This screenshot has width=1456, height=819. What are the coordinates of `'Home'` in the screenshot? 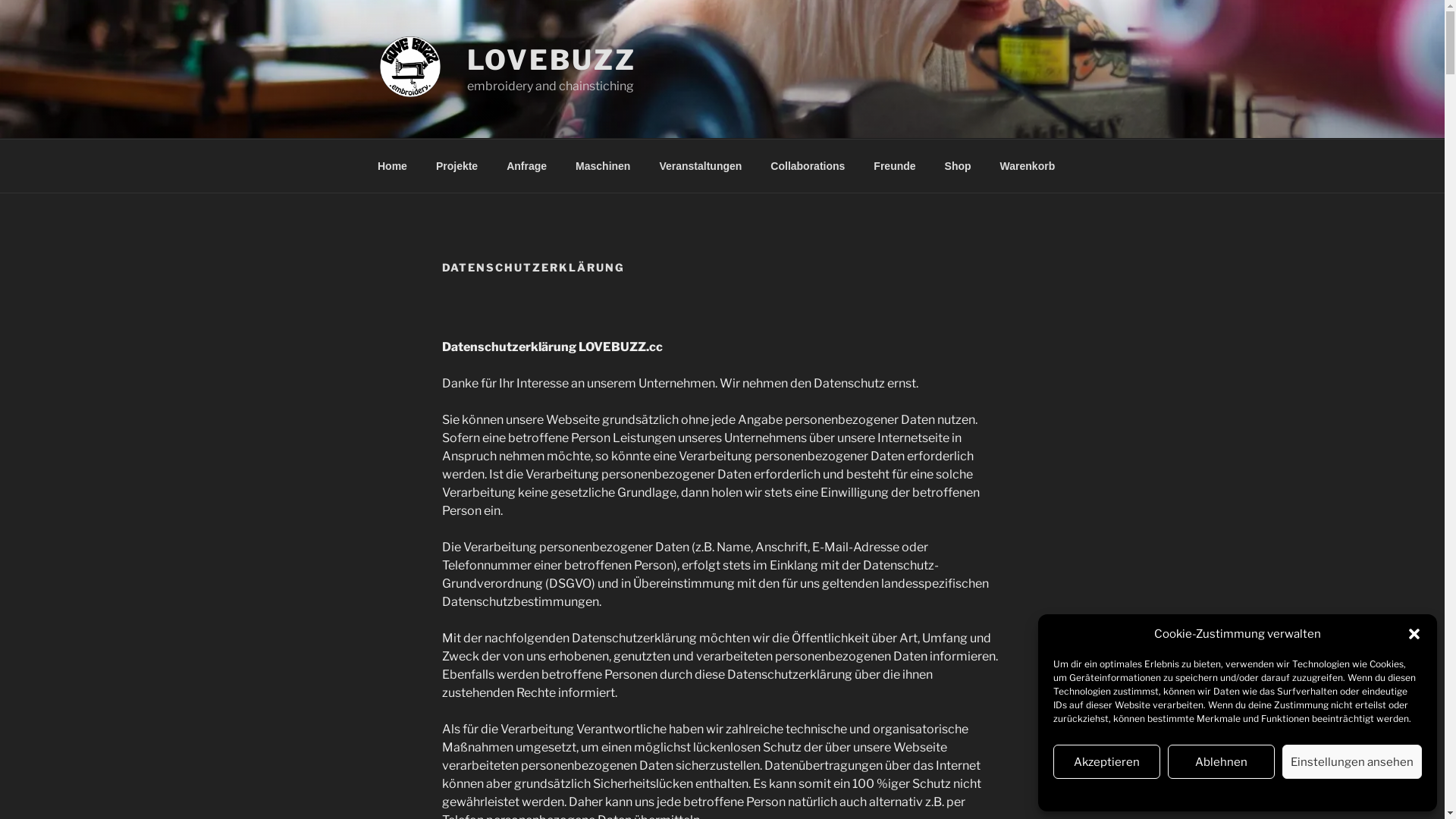 It's located at (392, 165).